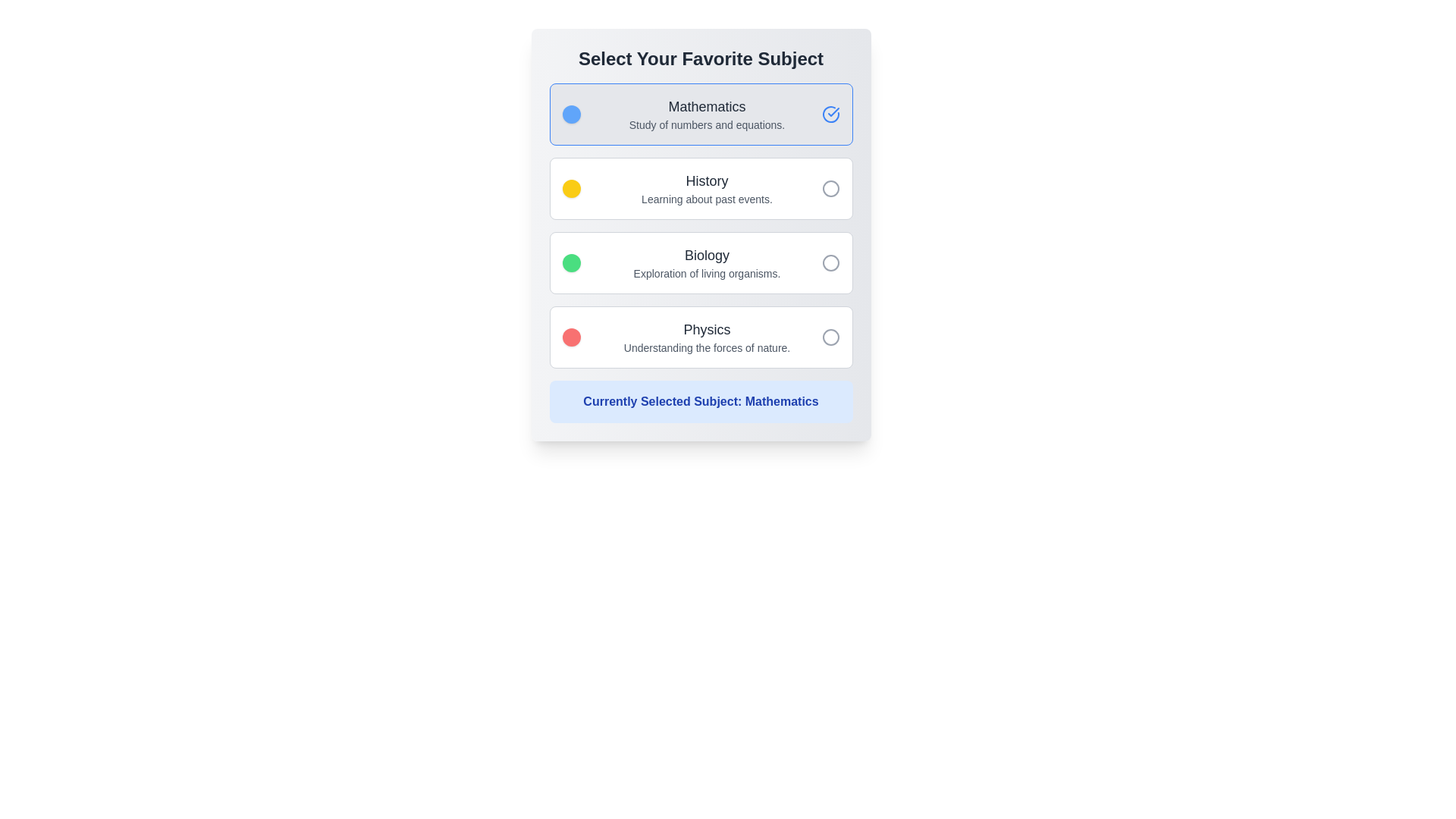 This screenshot has height=819, width=1456. Describe the element at coordinates (830, 336) in the screenshot. I see `the circular graphical icon styled with a thin stroke, located in the fourth row of the Physics option, immediately to the left of the descriptive text` at that location.